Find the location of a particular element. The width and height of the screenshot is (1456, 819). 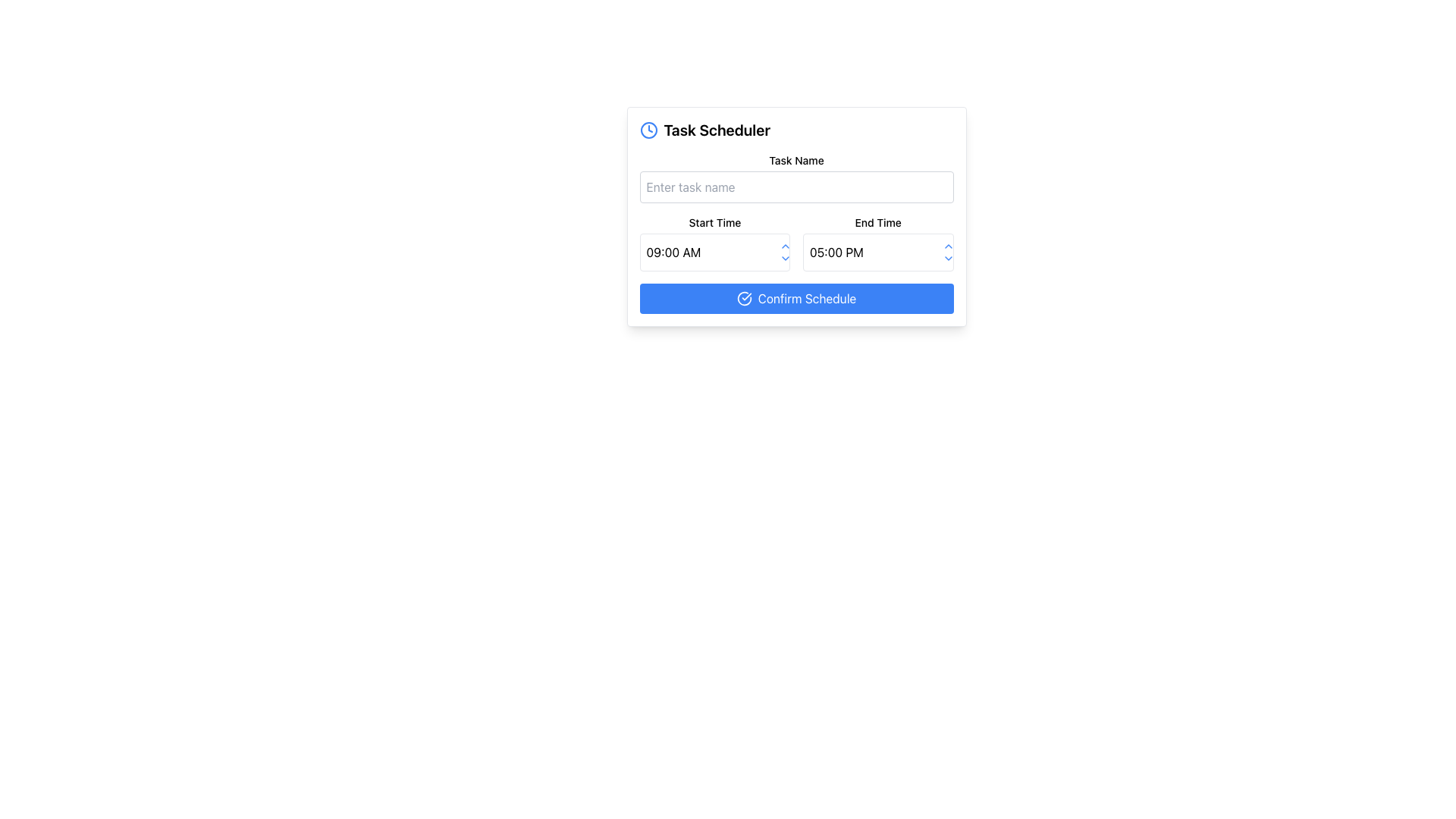

the upward-facing chevron button located above the downward-facing chevron in the 'End Time' field of the time picker interface to increase the time is located at coordinates (947, 245).